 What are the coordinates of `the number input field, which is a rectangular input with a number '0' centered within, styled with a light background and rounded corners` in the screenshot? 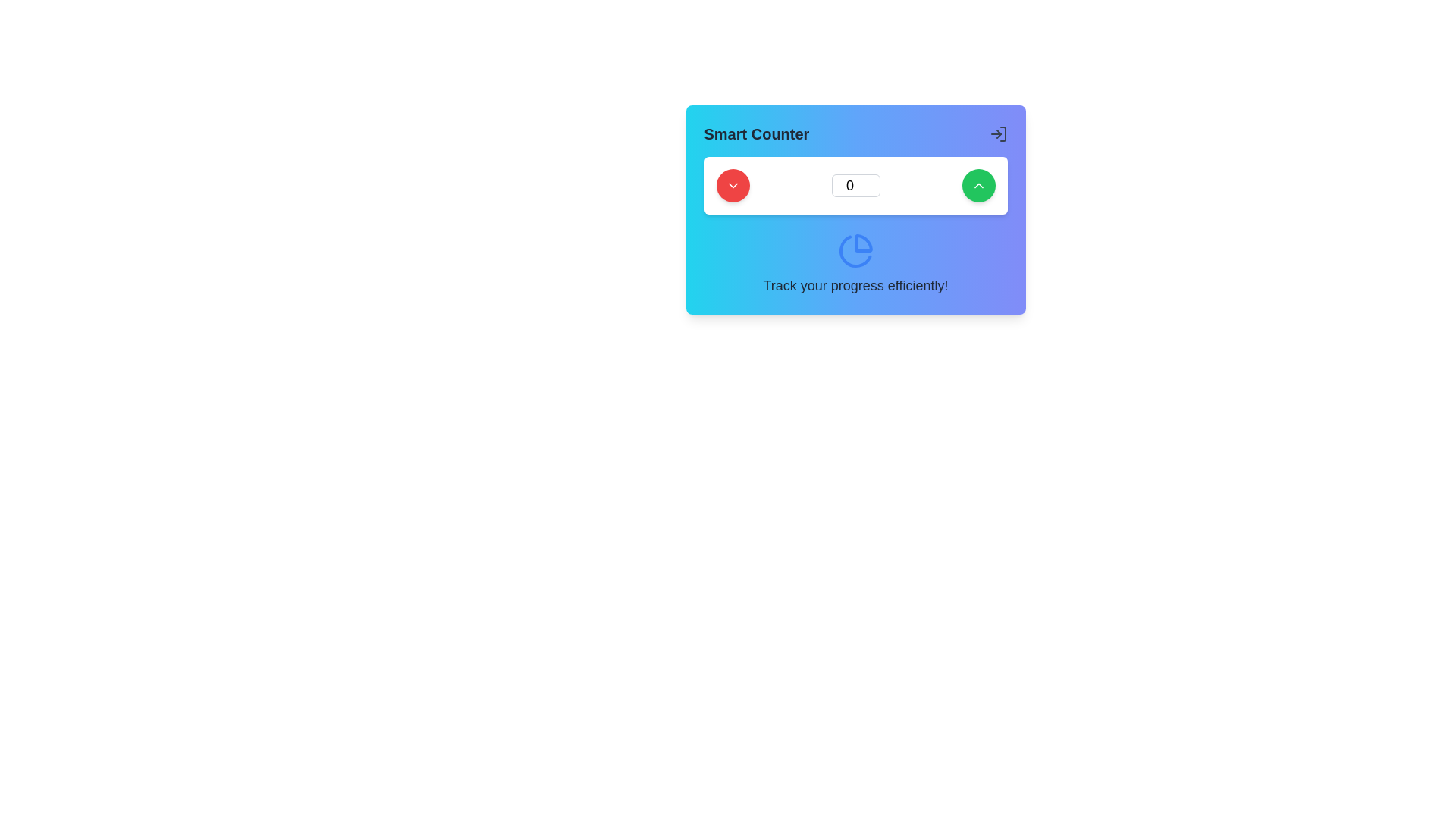 It's located at (855, 185).